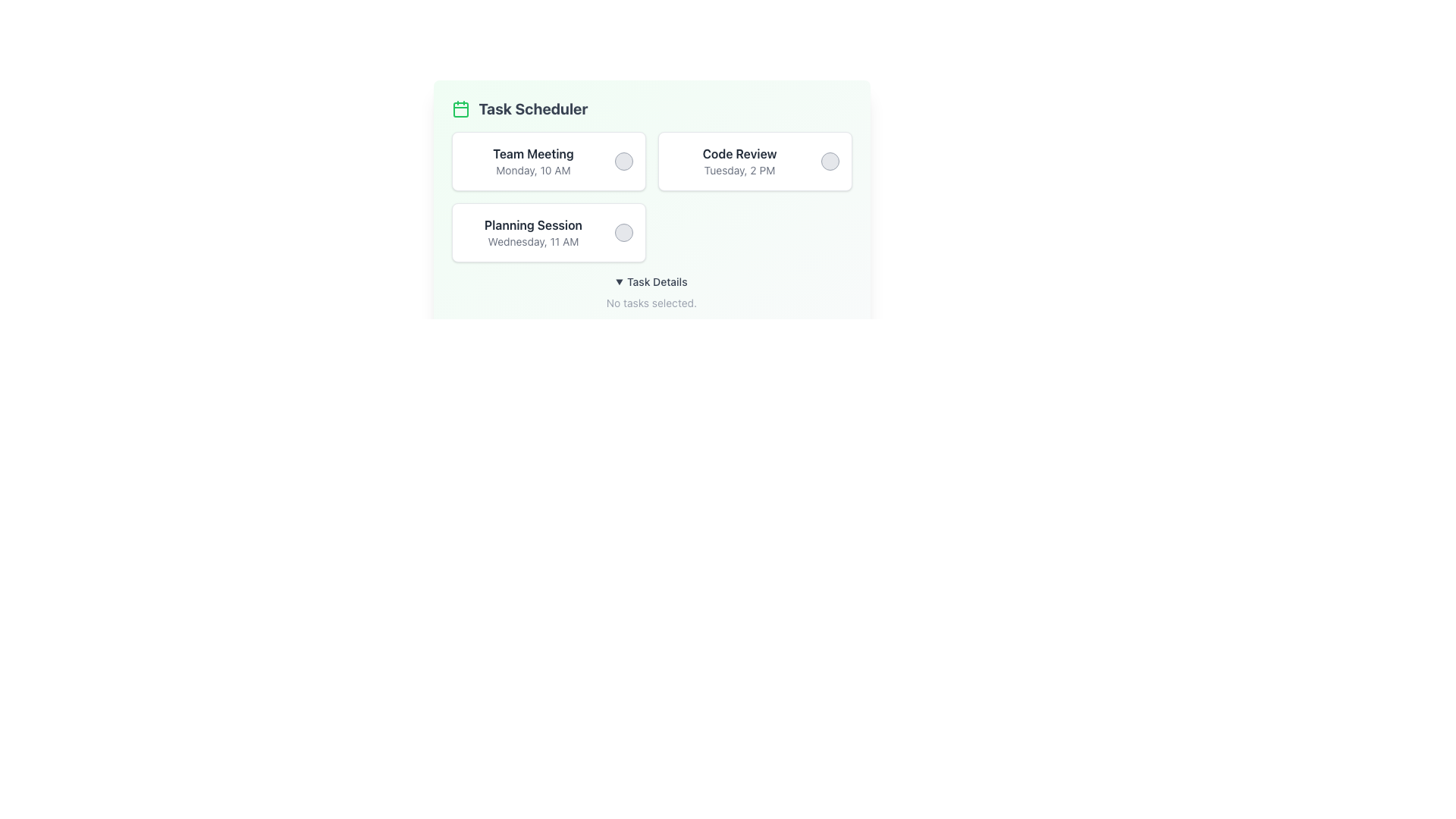 This screenshot has width=1456, height=819. I want to click on message displayed in the text label that says 'No tasks selected.', which is located below the 'Task Details' label in the Task Details section, so click(651, 303).